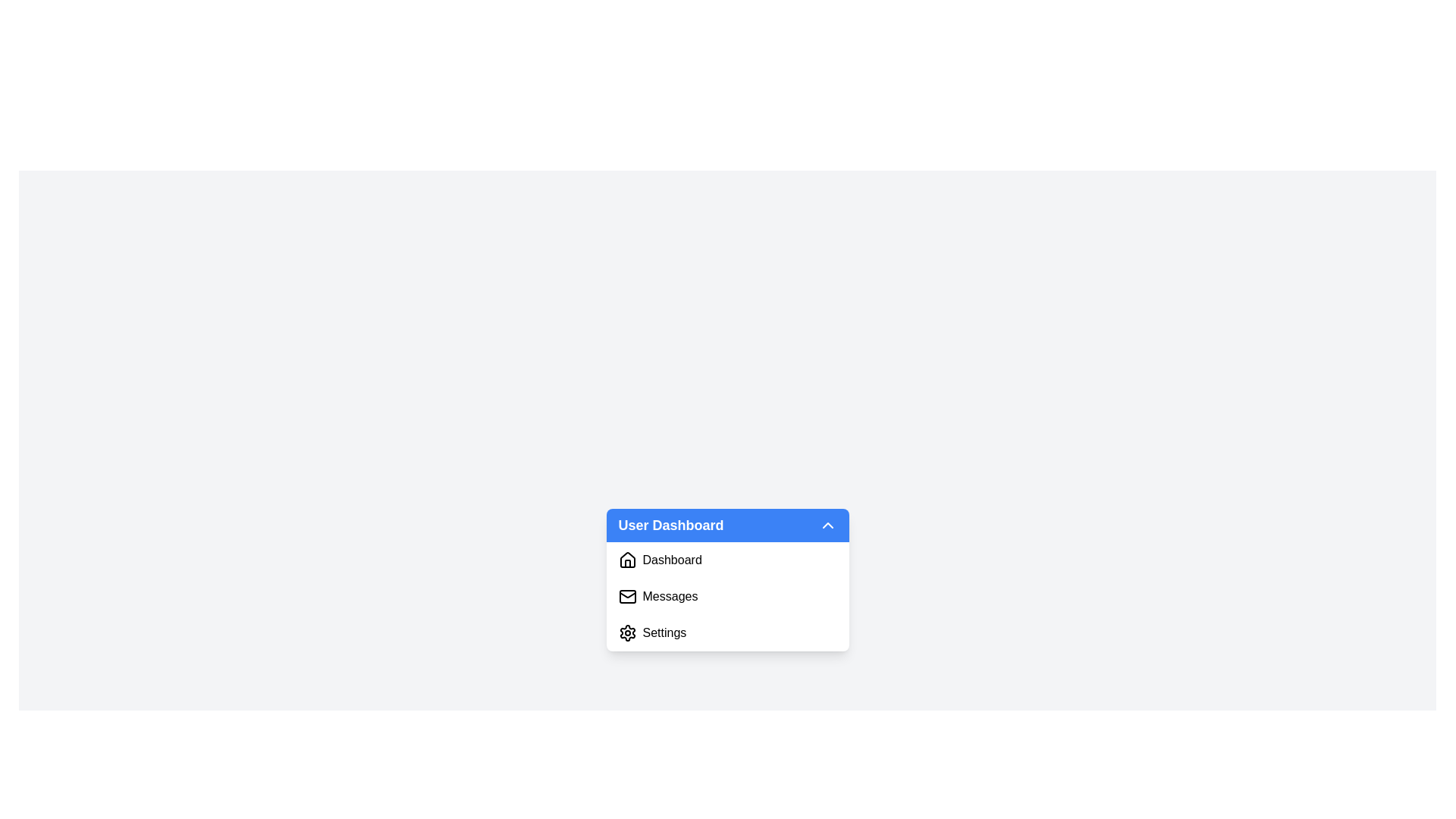  I want to click on the small rectangle with rounded corners that forms the main body of the envelope depiction in the message icon, which is part of the dropdown menu titled 'User Dashboard', so click(627, 595).